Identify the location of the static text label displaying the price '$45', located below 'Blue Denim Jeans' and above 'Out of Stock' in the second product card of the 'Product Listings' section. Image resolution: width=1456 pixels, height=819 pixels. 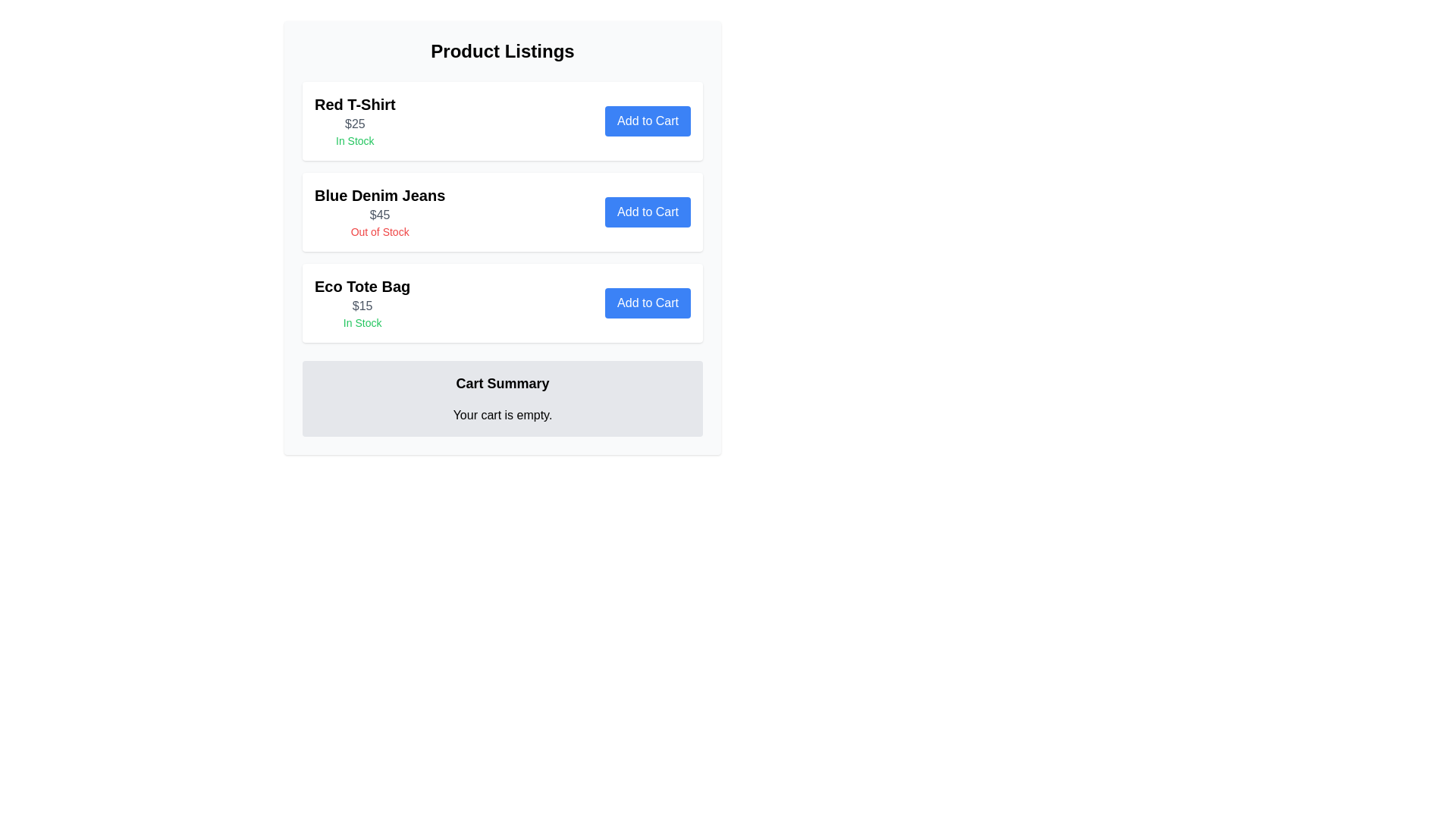
(380, 215).